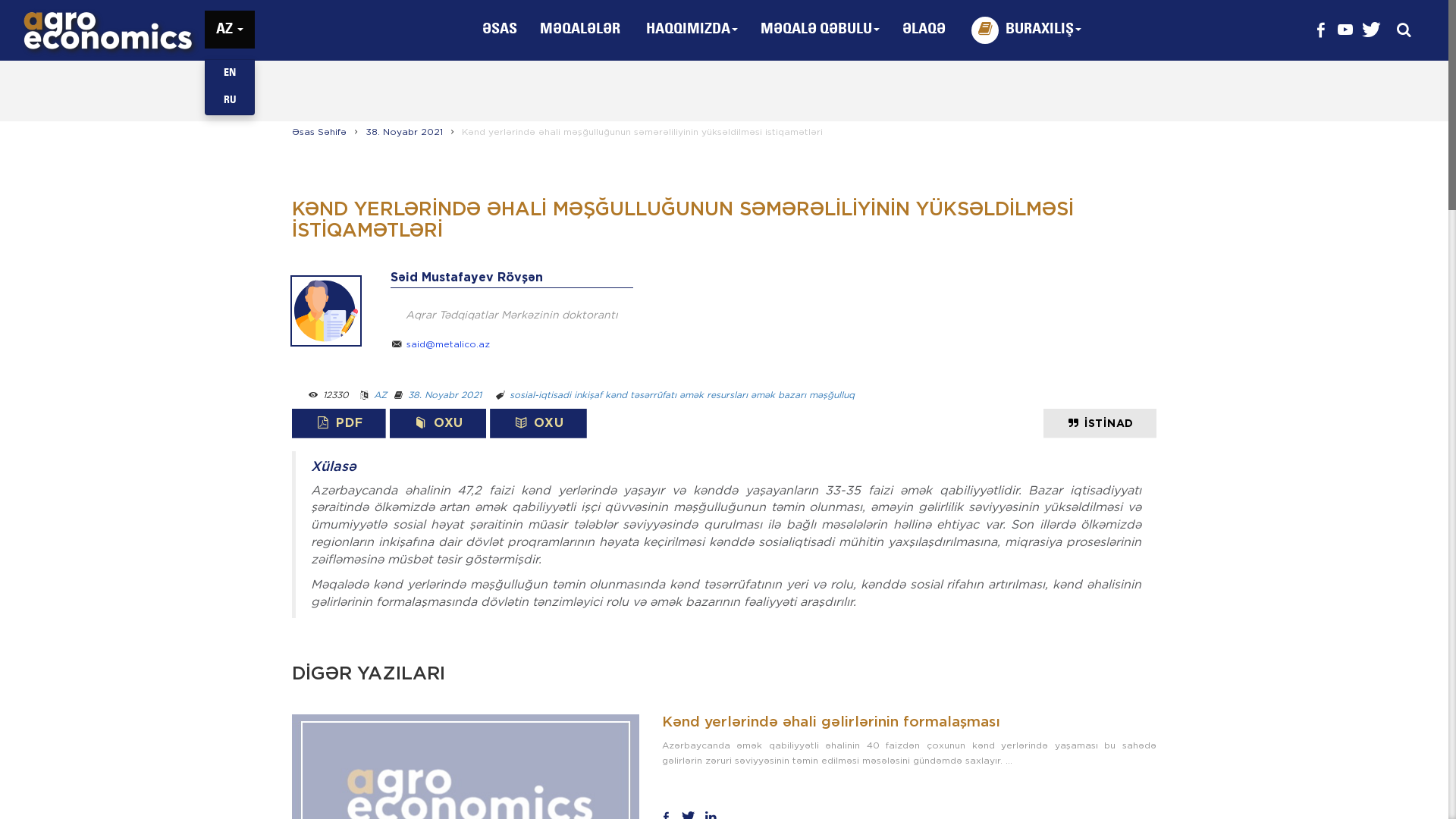  Describe the element at coordinates (228, 73) in the screenshot. I see `'EN'` at that location.